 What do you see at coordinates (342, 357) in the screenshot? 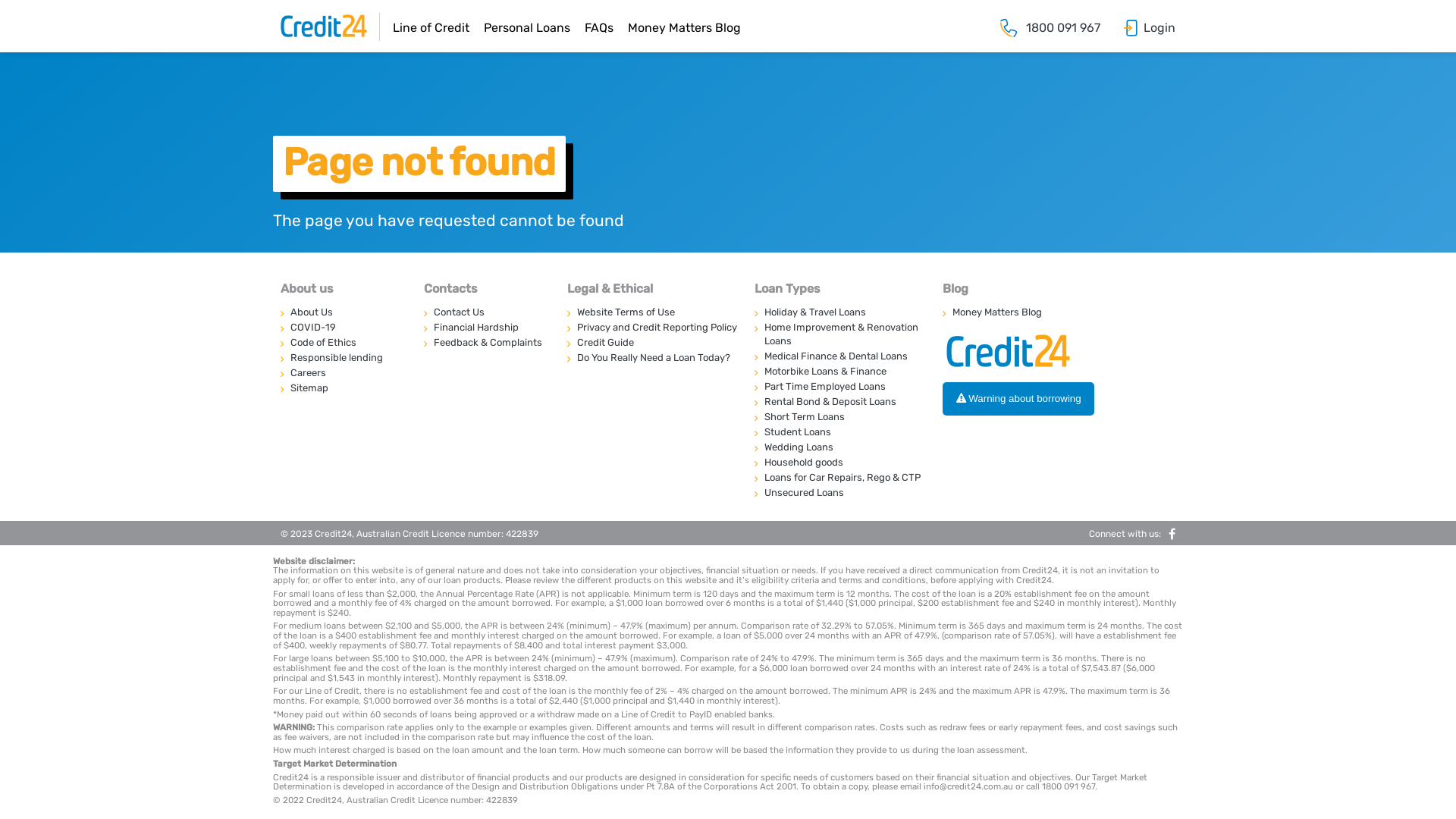
I see `'Responsible lending'` at bounding box center [342, 357].